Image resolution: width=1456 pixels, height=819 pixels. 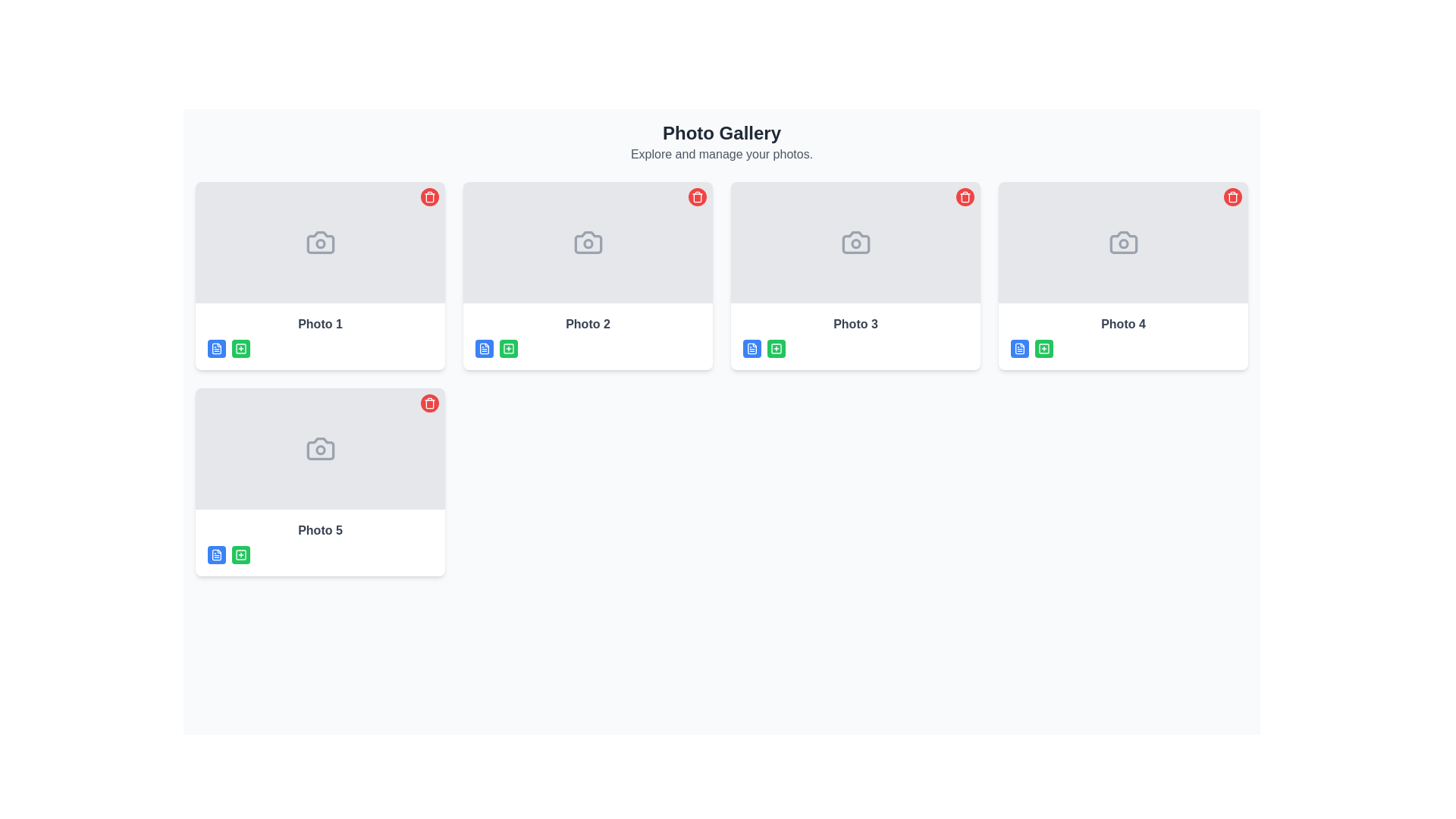 What do you see at coordinates (240, 555) in the screenshot?
I see `the Add icon button located below the 'Photo 5' label, which is the second button from the left in the green style` at bounding box center [240, 555].